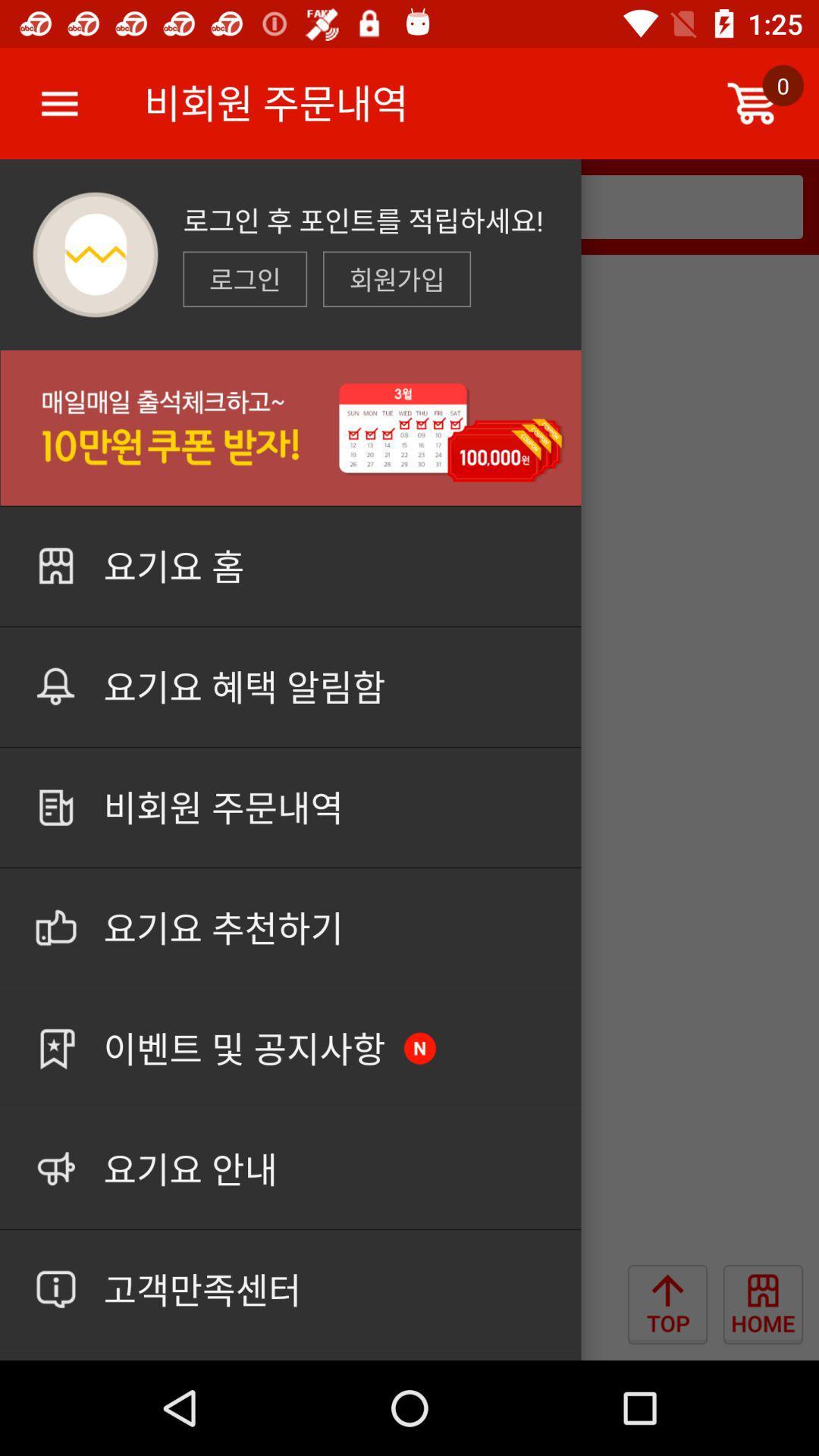  Describe the element at coordinates (675, 1312) in the screenshot. I see `the arrow_upward icon` at that location.